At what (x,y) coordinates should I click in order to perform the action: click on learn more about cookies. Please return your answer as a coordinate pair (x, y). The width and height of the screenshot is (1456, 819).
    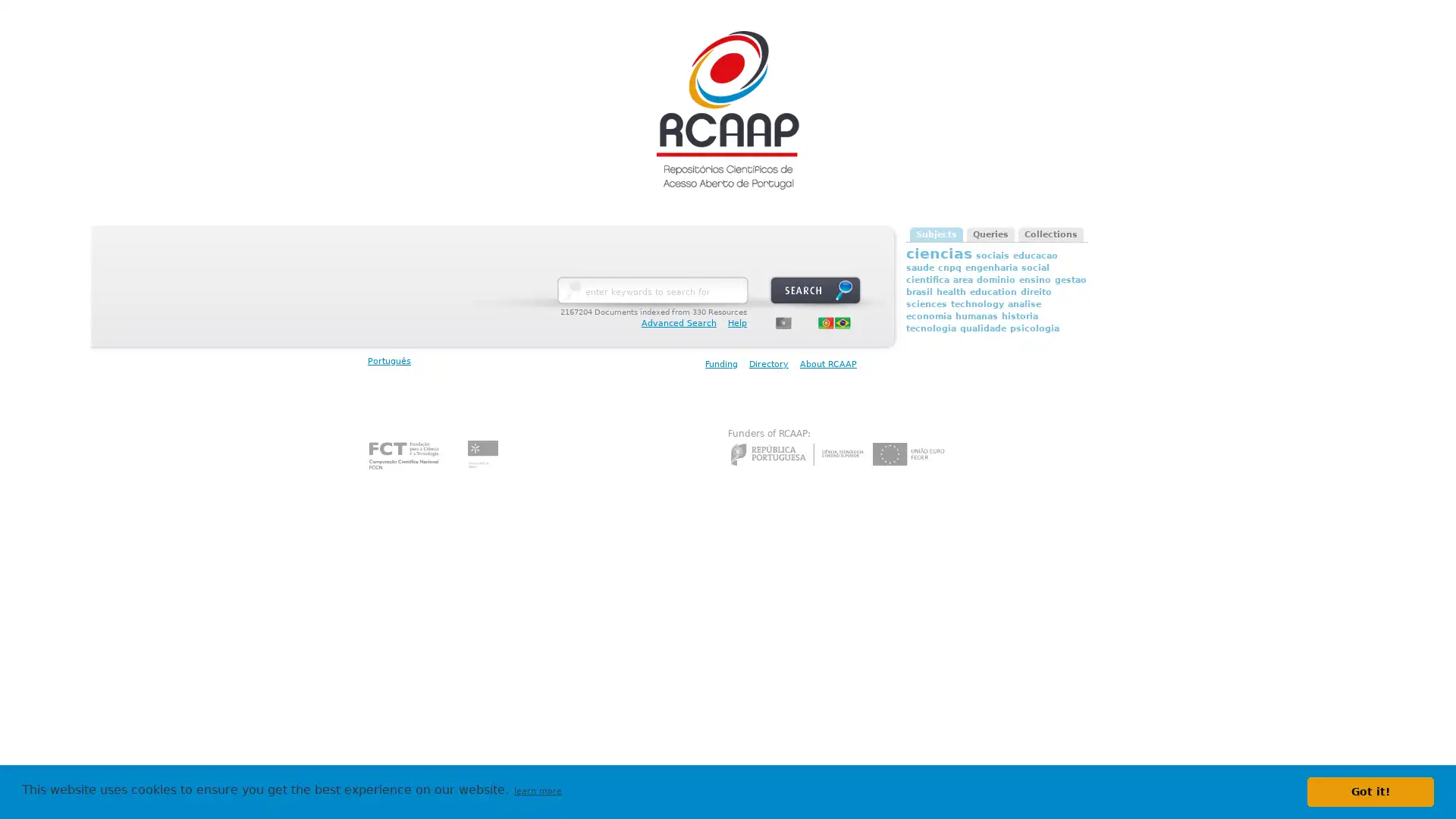
    Looking at the image, I should click on (538, 791).